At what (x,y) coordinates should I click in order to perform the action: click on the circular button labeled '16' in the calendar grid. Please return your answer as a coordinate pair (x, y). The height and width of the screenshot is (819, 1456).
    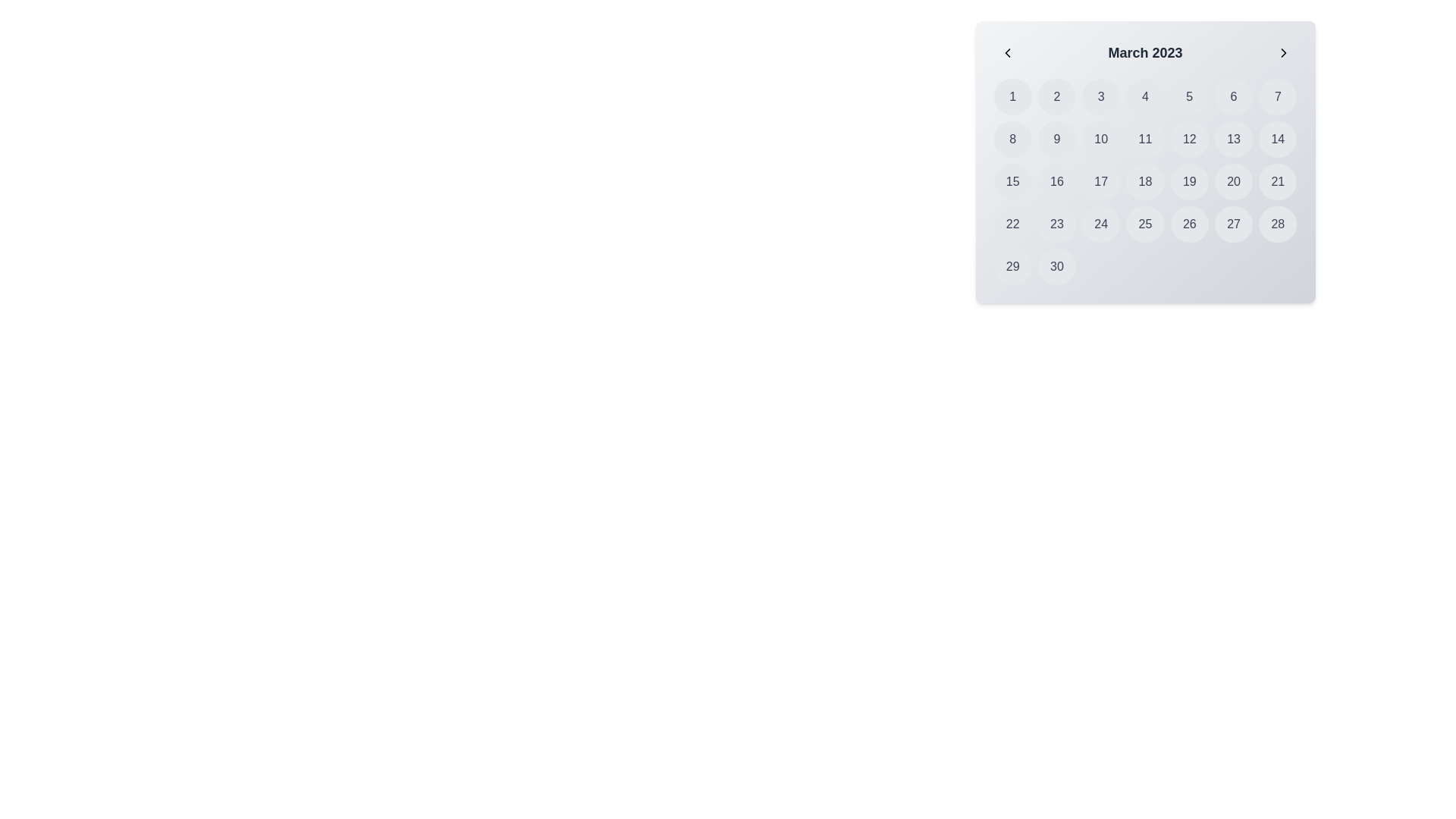
    Looking at the image, I should click on (1055, 180).